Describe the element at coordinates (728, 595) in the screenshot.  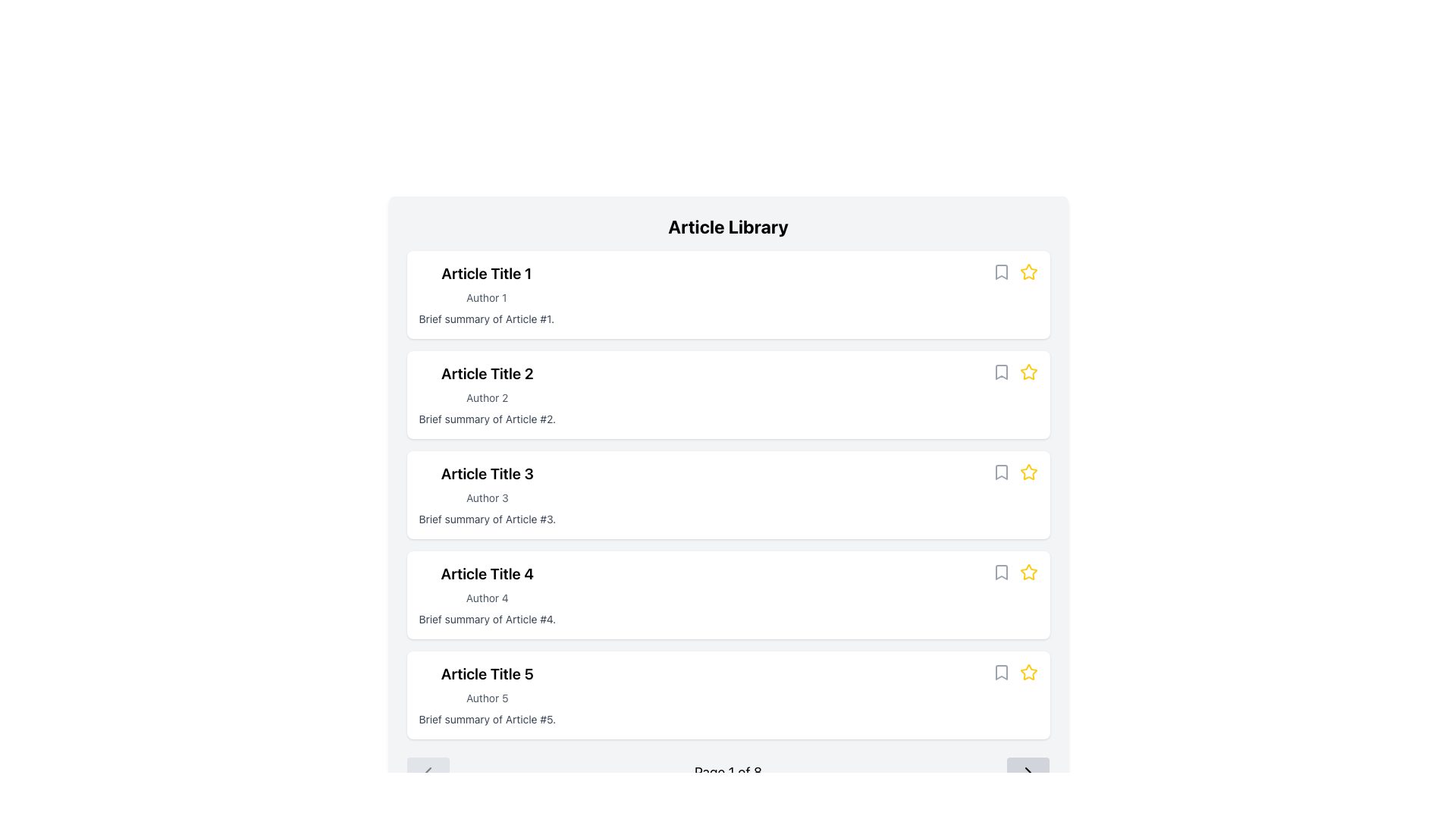
I see `title 'Article Title 4', author 'Author 4', and summary 'Brief summary of Article #4.' from the fourth card in the vertical list of article cards` at that location.